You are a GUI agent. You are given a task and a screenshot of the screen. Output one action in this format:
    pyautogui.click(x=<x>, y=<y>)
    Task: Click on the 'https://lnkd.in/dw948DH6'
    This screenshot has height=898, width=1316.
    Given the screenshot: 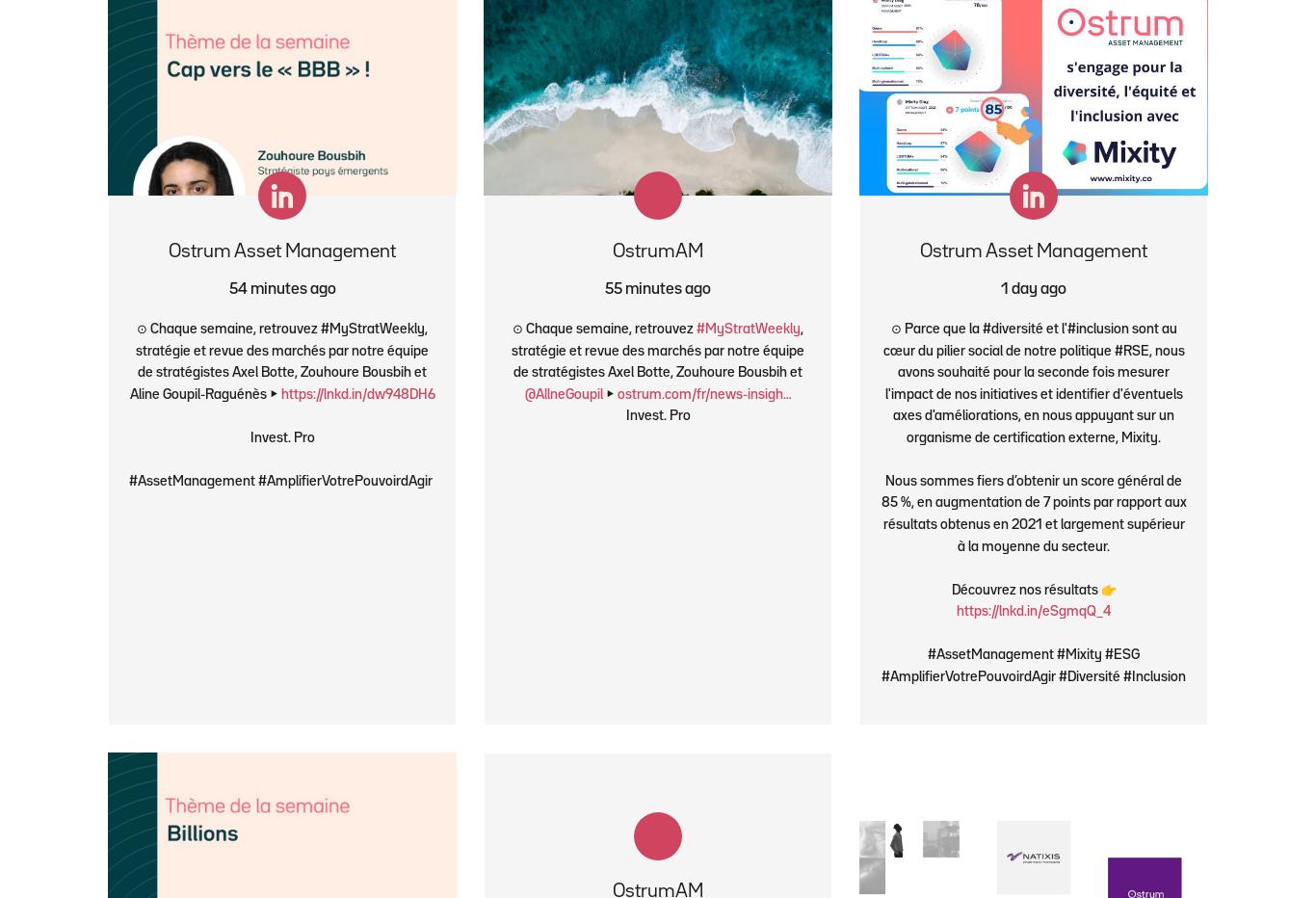 What is the action you would take?
    pyautogui.click(x=279, y=392)
    